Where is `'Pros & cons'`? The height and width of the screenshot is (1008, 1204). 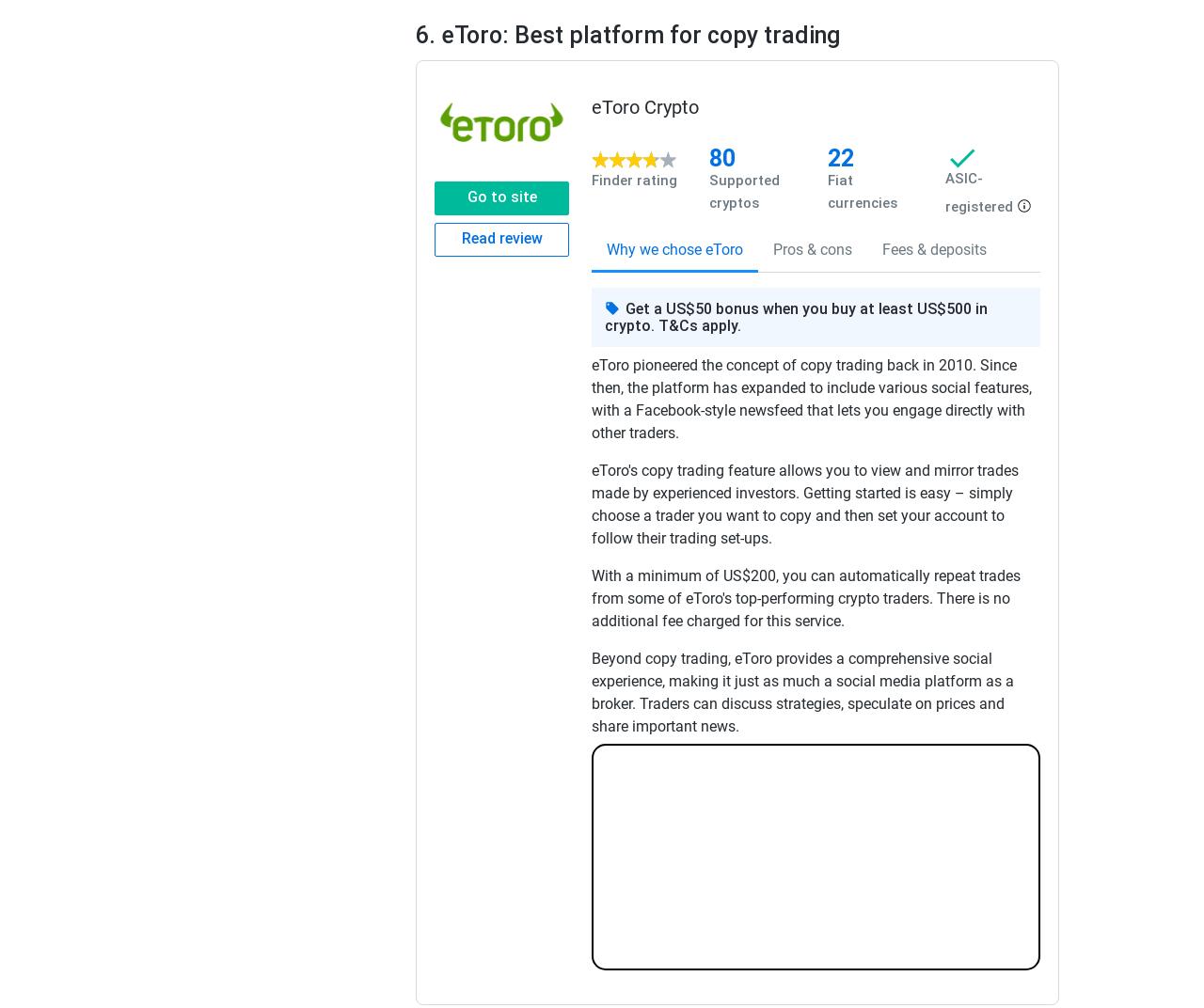
'Pros & cons' is located at coordinates (813, 249).